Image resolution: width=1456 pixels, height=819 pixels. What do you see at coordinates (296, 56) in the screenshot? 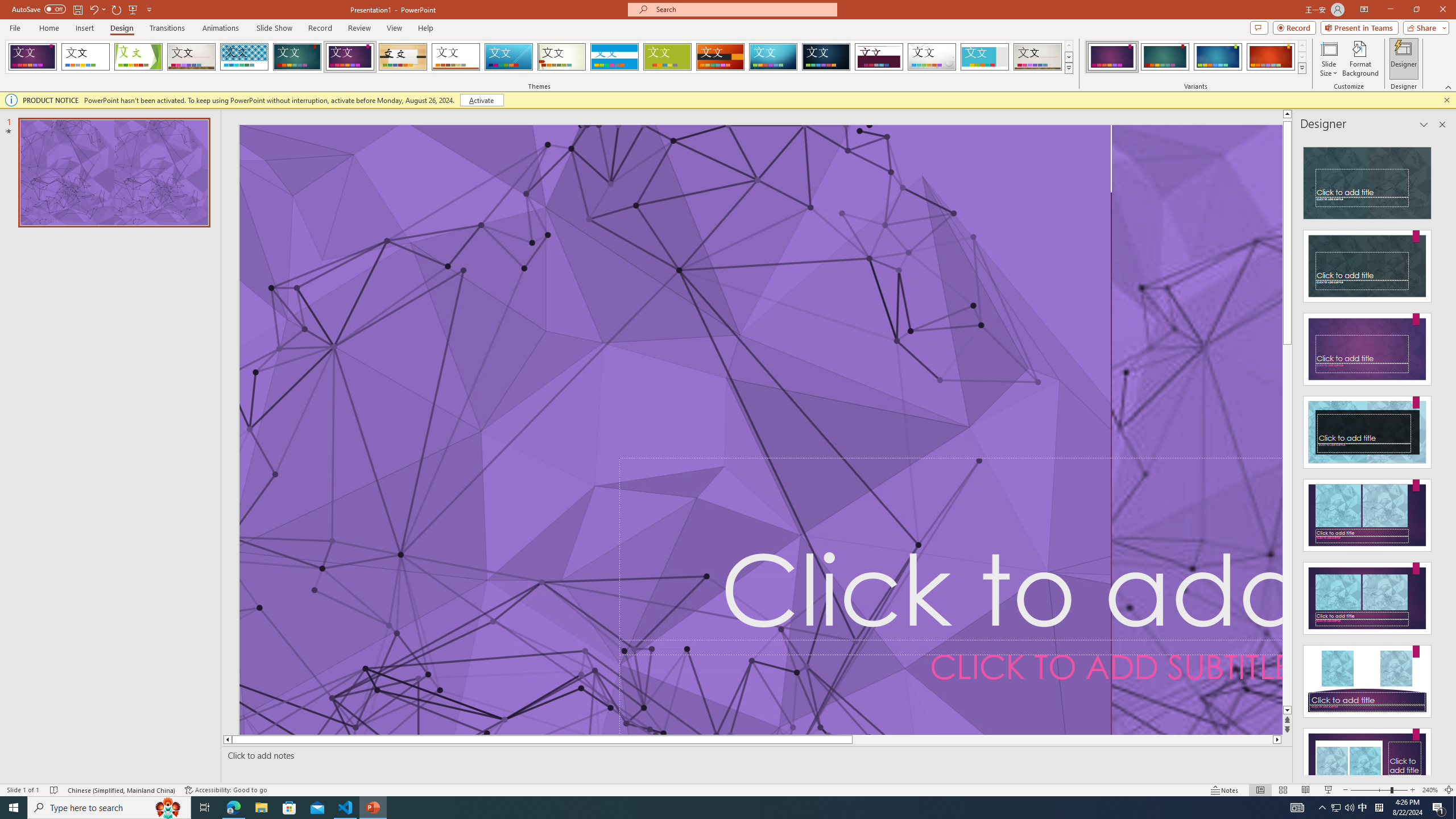
I see `'Ion'` at bounding box center [296, 56].